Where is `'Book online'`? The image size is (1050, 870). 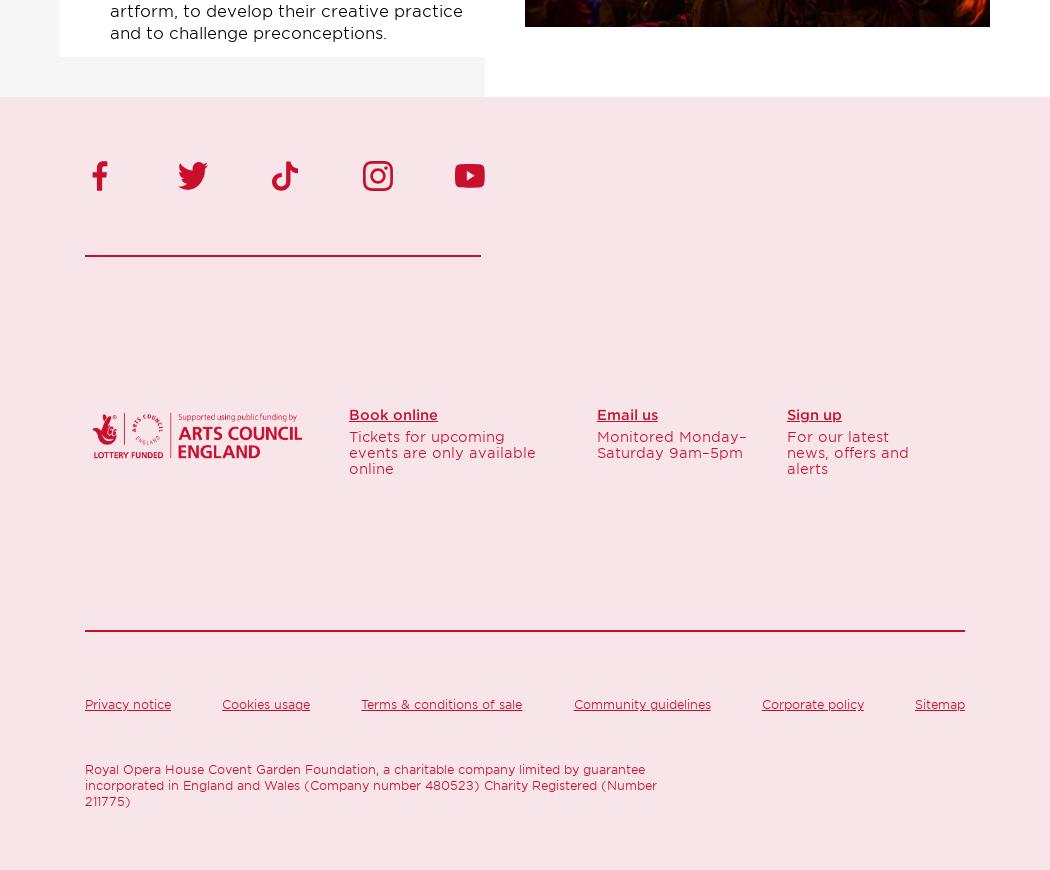 'Book online' is located at coordinates (393, 414).